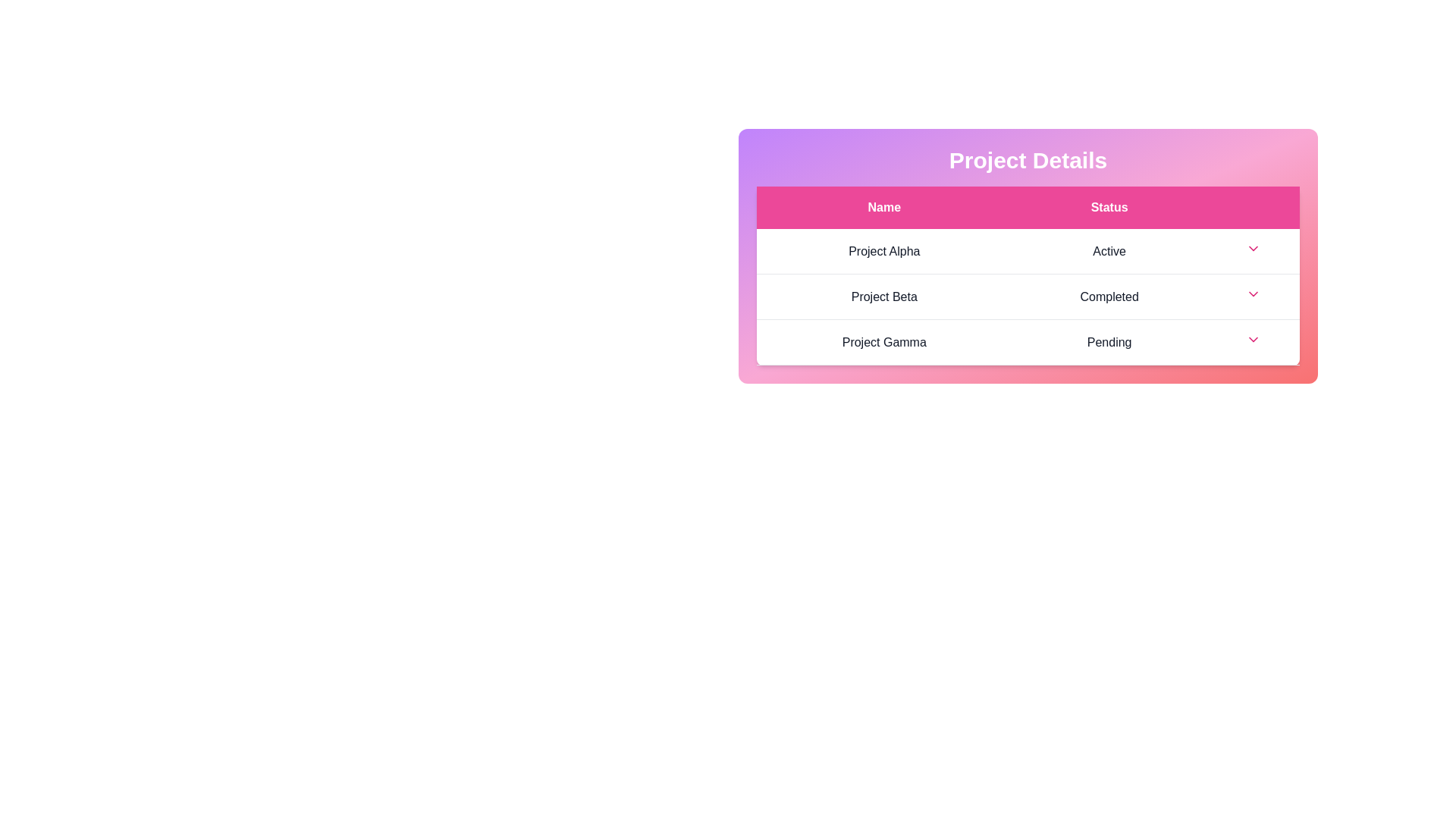 This screenshot has width=1456, height=819. What do you see at coordinates (884, 207) in the screenshot?
I see `the header to sort the table by Name` at bounding box center [884, 207].